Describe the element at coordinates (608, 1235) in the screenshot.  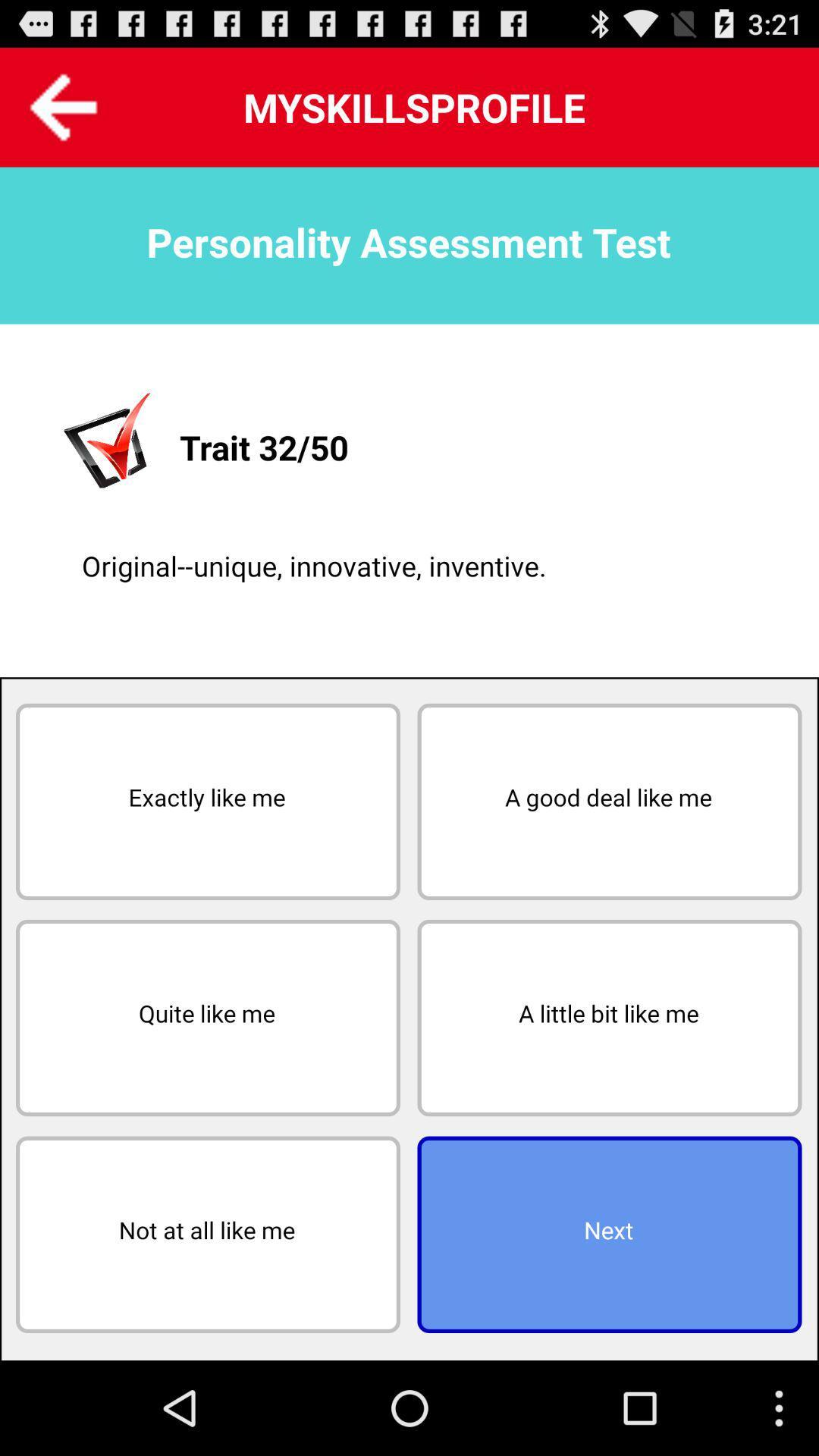
I see `the icon to the right of the not at all button` at that location.